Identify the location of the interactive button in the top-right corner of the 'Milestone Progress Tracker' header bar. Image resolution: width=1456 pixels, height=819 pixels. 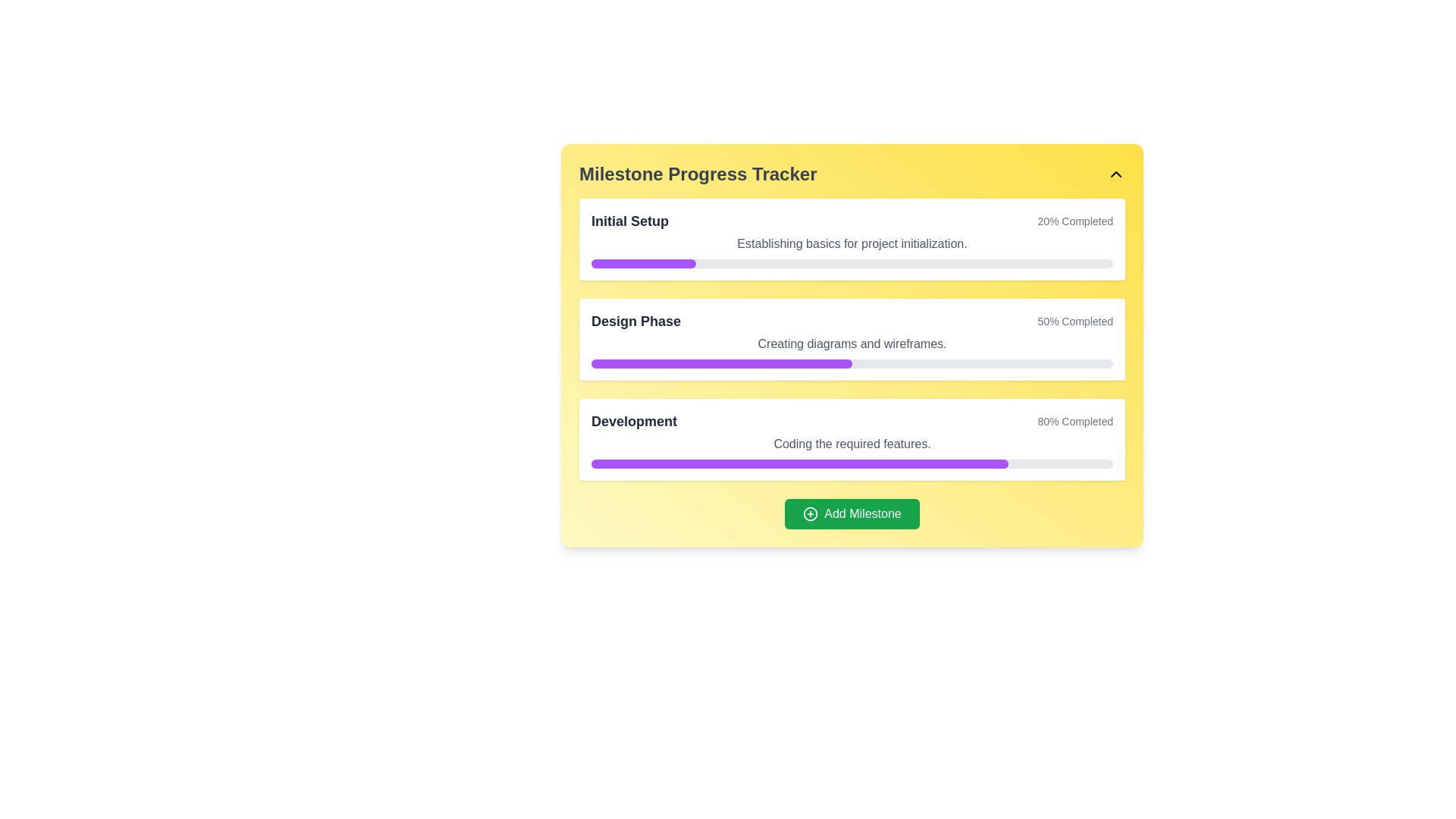
(1116, 174).